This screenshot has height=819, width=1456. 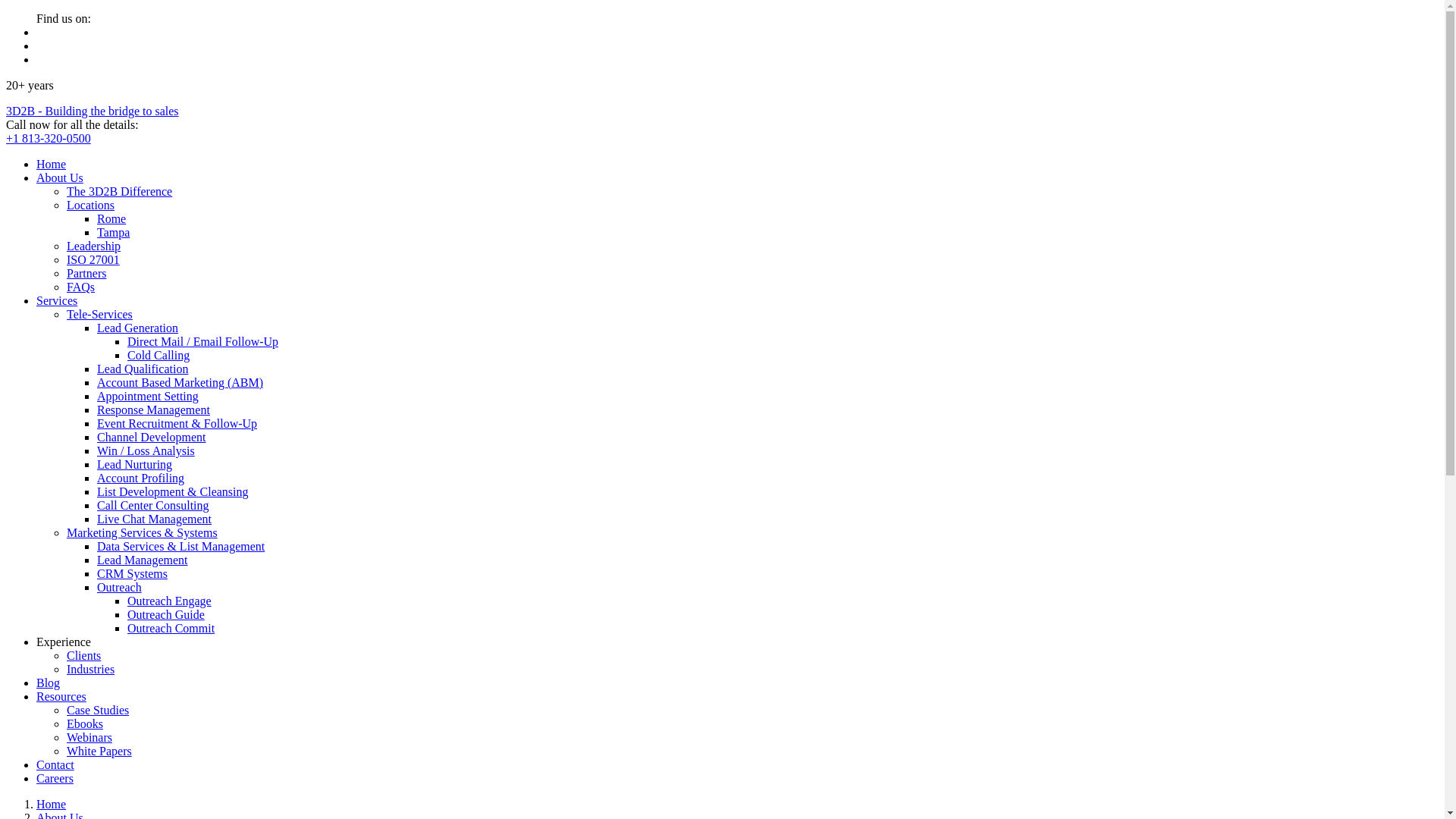 I want to click on 'Cold Calling', so click(x=158, y=355).